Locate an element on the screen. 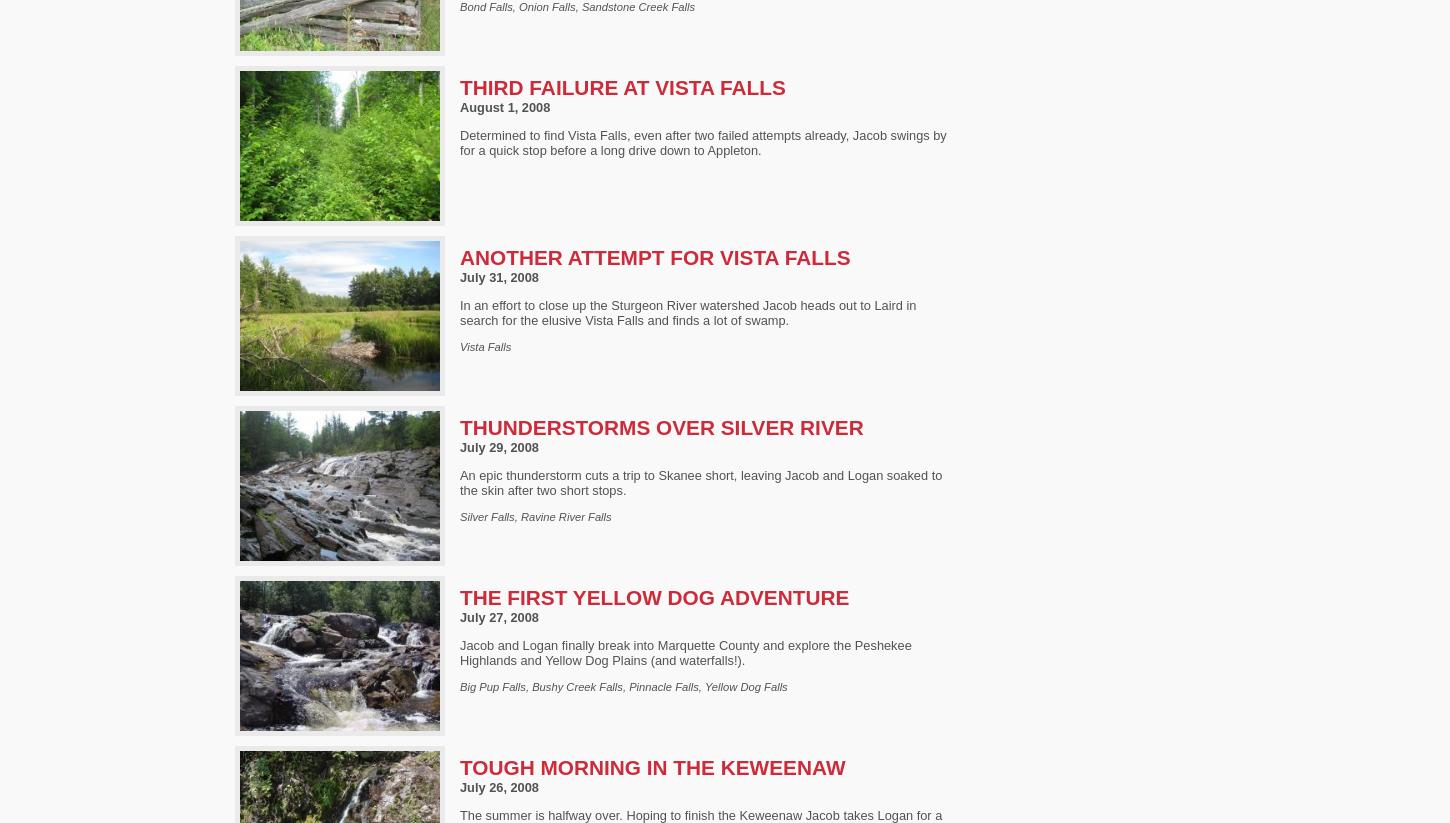 This screenshot has width=1450, height=823. 'July 31, 2008' is located at coordinates (498, 277).